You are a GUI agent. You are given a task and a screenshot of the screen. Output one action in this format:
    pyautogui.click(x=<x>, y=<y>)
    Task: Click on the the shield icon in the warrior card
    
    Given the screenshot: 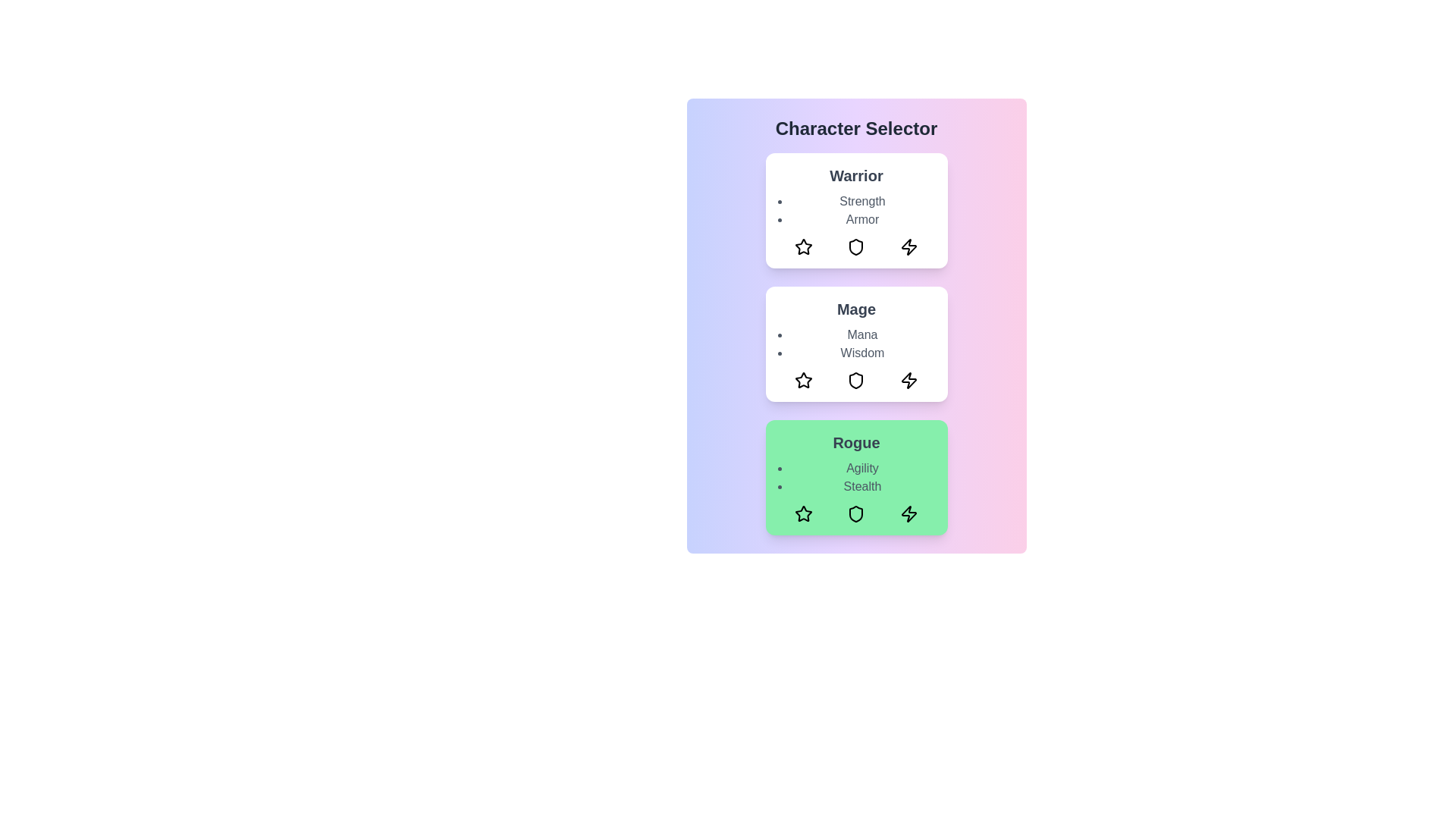 What is the action you would take?
    pyautogui.click(x=856, y=246)
    